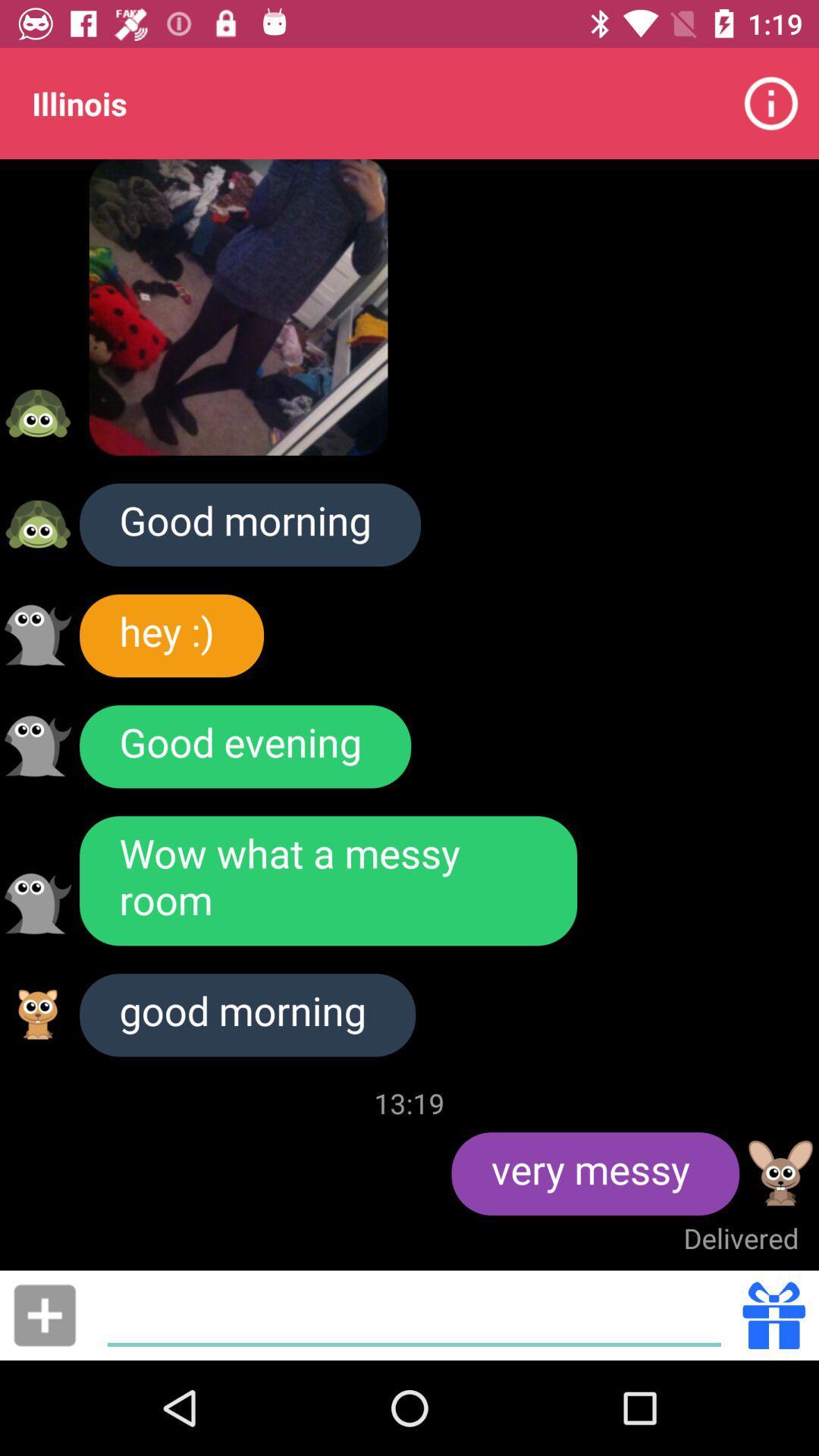 The height and width of the screenshot is (1456, 819). I want to click on icon below 13:19 icon, so click(595, 1173).